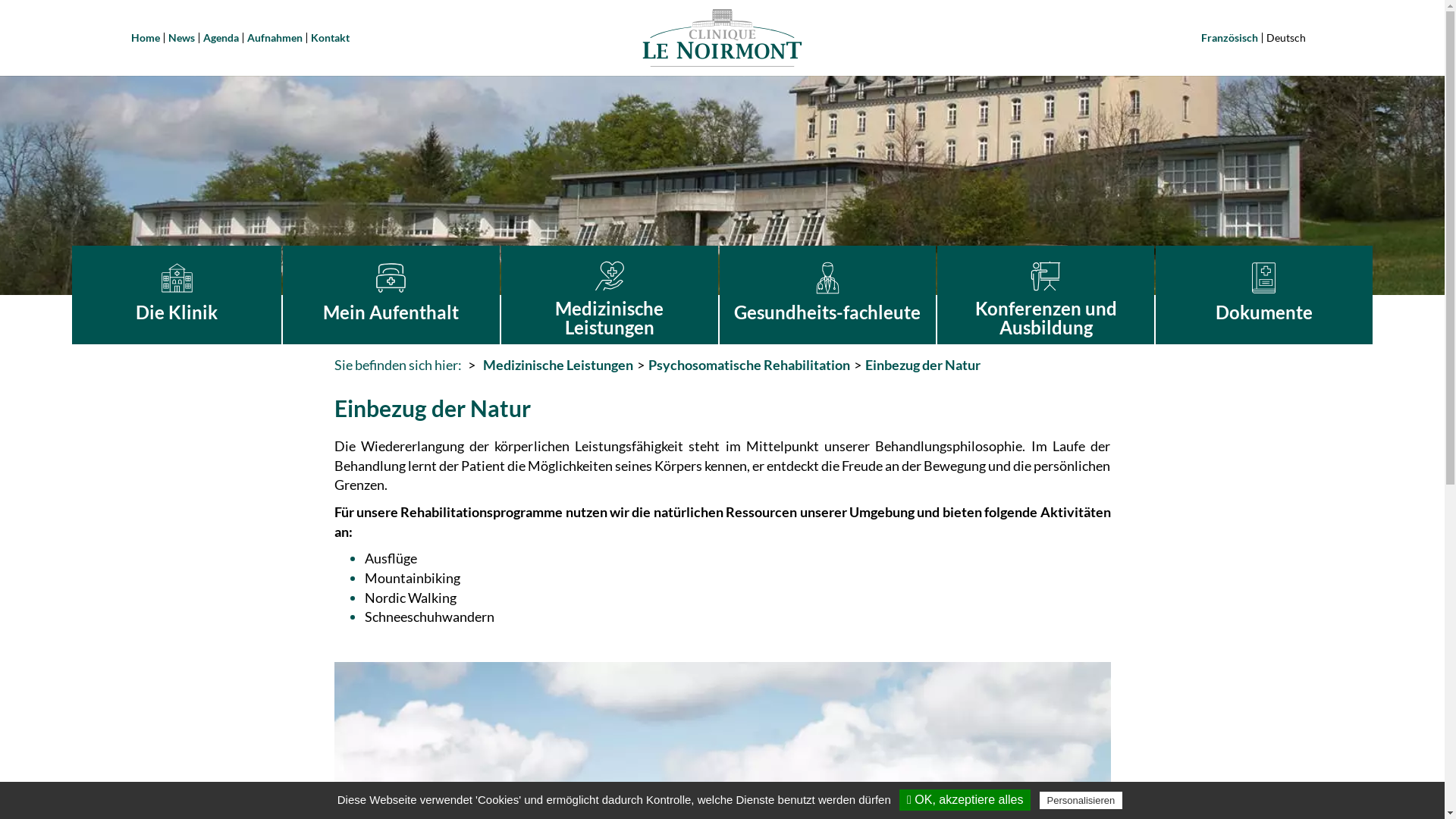 The width and height of the screenshot is (1456, 819). Describe the element at coordinates (177, 295) in the screenshot. I see `'Die Klinik'` at that location.